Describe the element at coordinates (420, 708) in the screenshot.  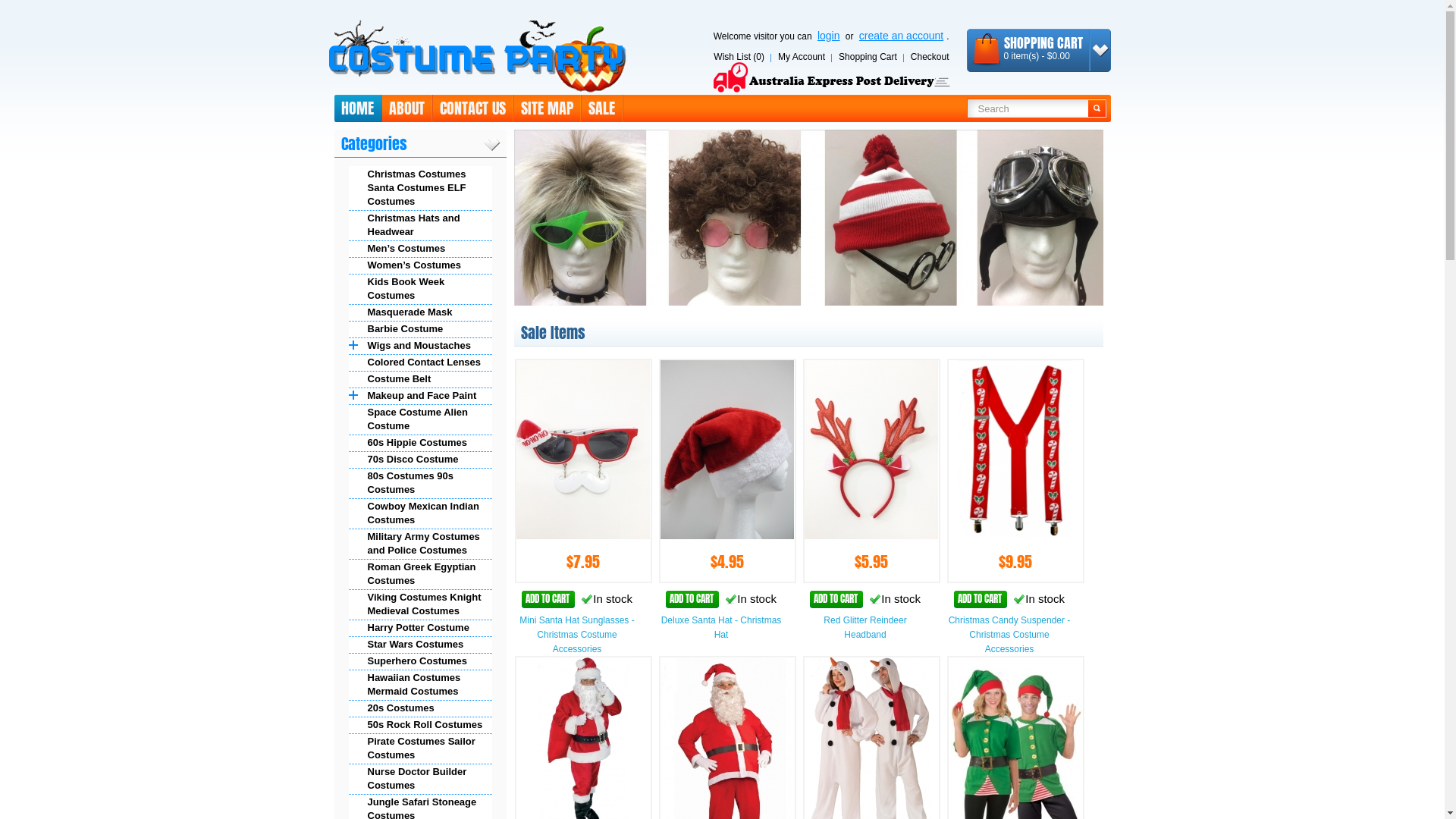
I see `'20s Costumes'` at that location.